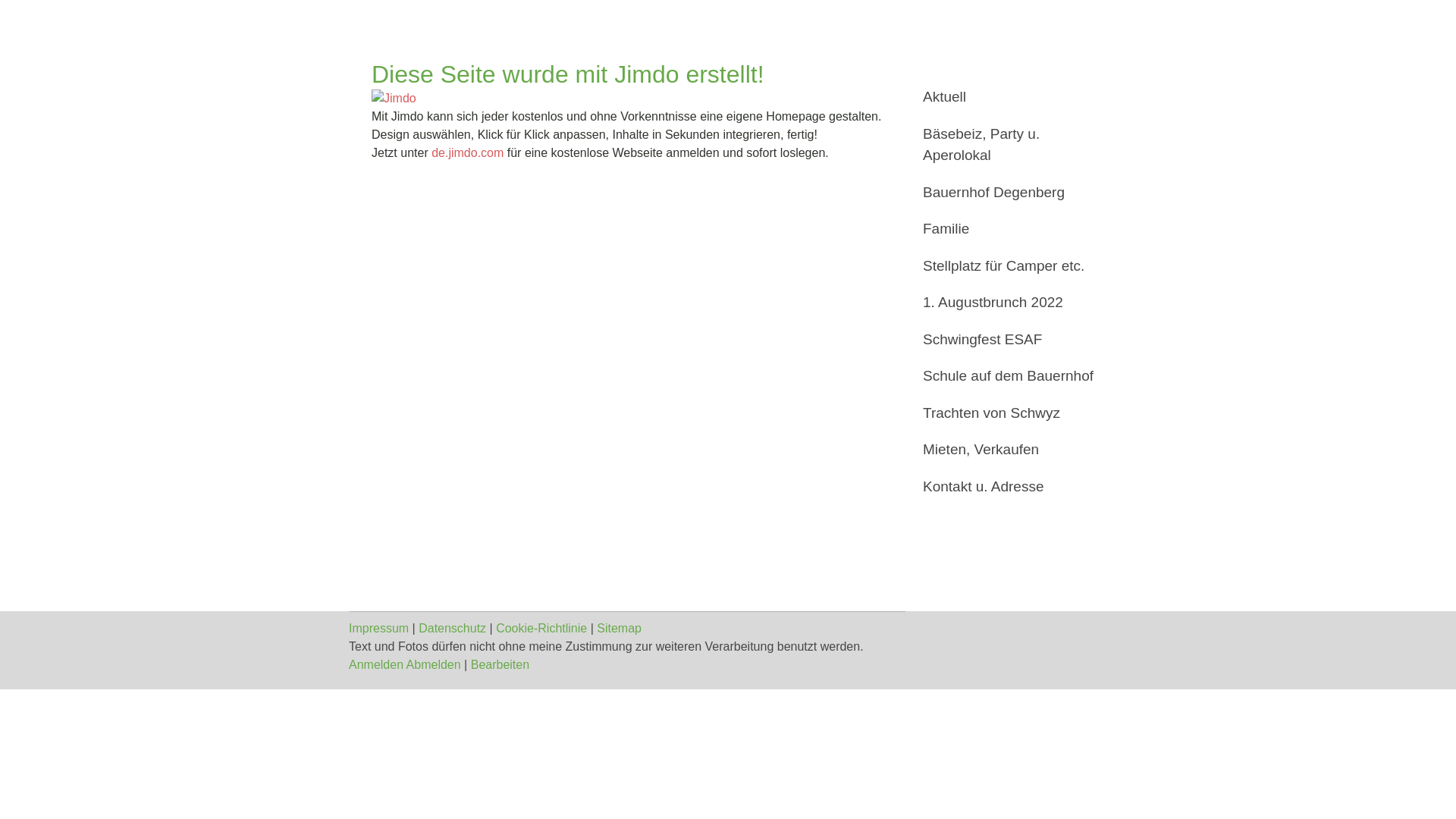 The image size is (1456, 819). Describe the element at coordinates (1008, 375) in the screenshot. I see `'Schule auf dem Bauernhof'` at that location.